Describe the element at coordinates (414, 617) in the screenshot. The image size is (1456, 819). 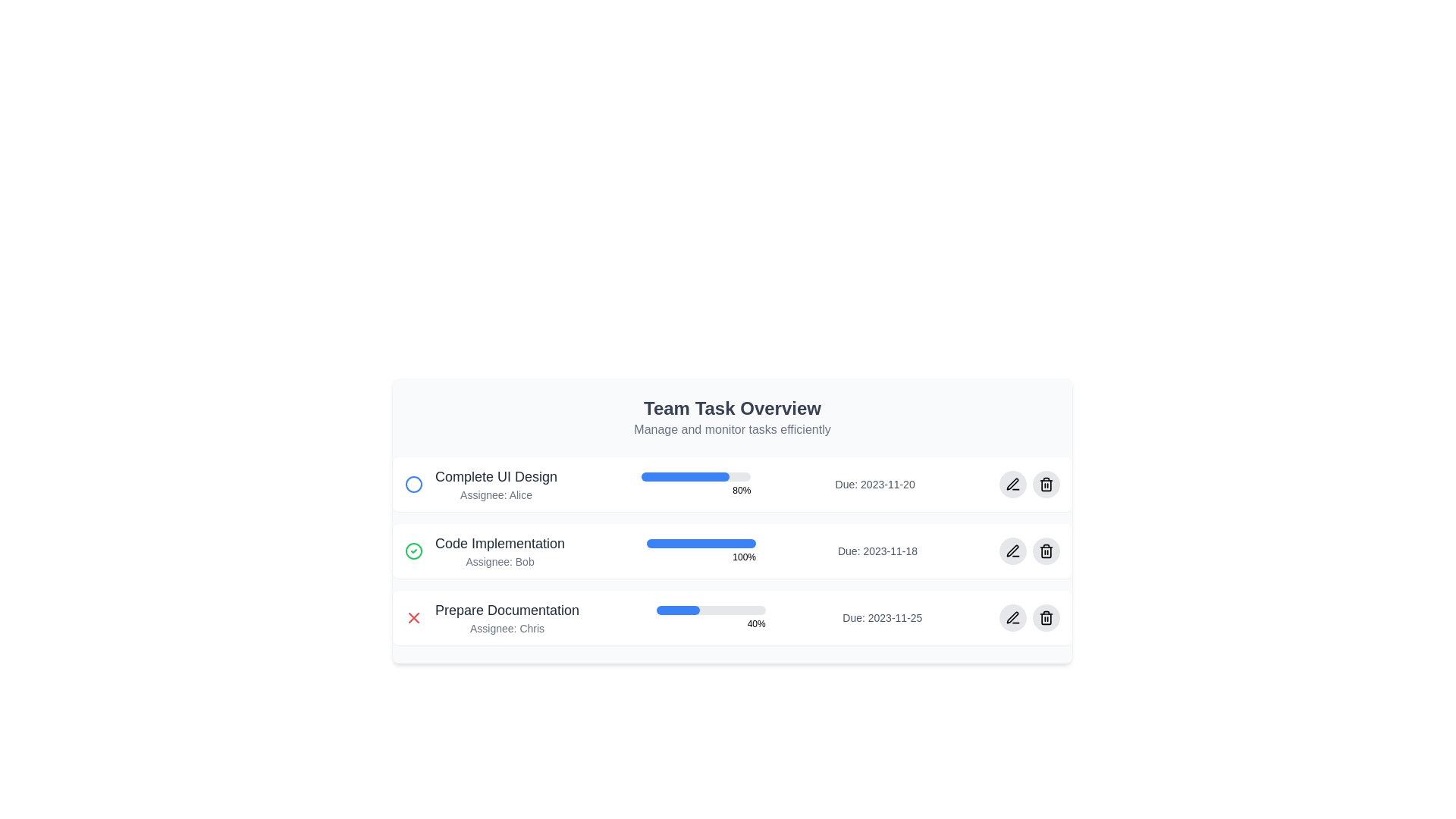
I see `the red circular 'X' icon button on the left side of the 'Prepare Documentation' task description row in the 'Team Task Overview' panel` at that location.